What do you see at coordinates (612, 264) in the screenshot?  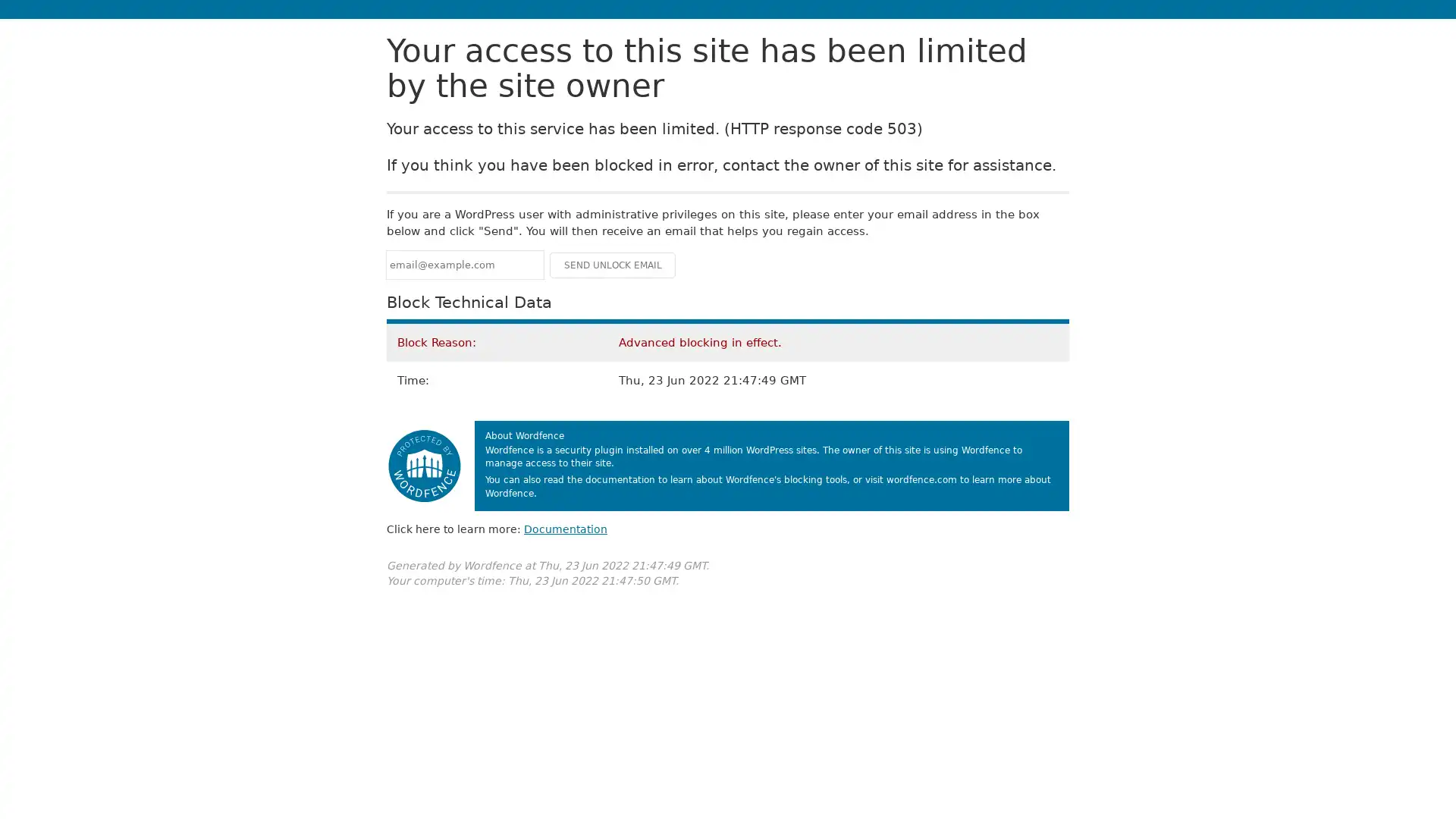 I see `Send Unlock Email` at bounding box center [612, 264].